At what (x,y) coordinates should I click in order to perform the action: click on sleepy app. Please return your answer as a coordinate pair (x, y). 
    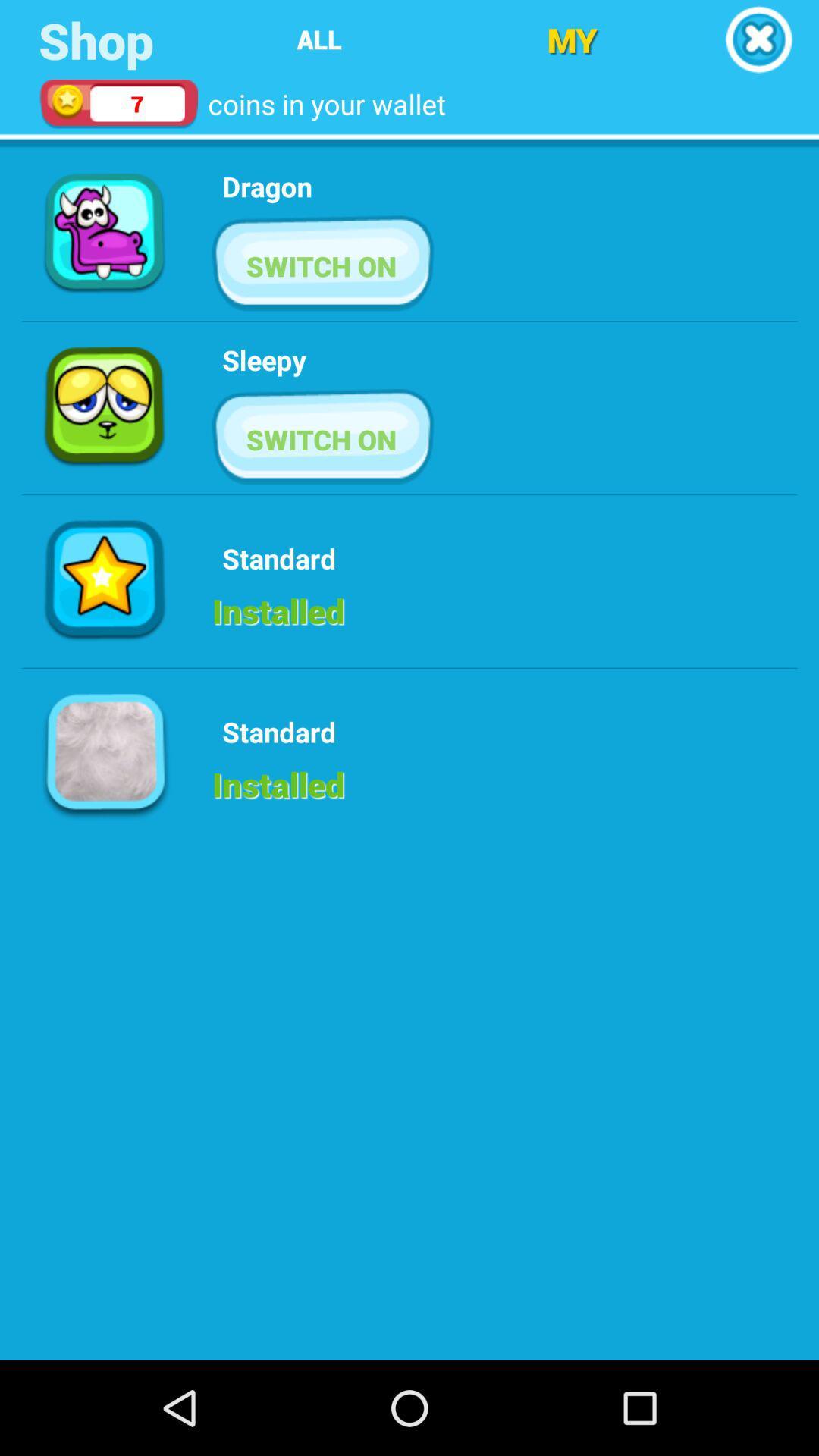
    Looking at the image, I should click on (263, 359).